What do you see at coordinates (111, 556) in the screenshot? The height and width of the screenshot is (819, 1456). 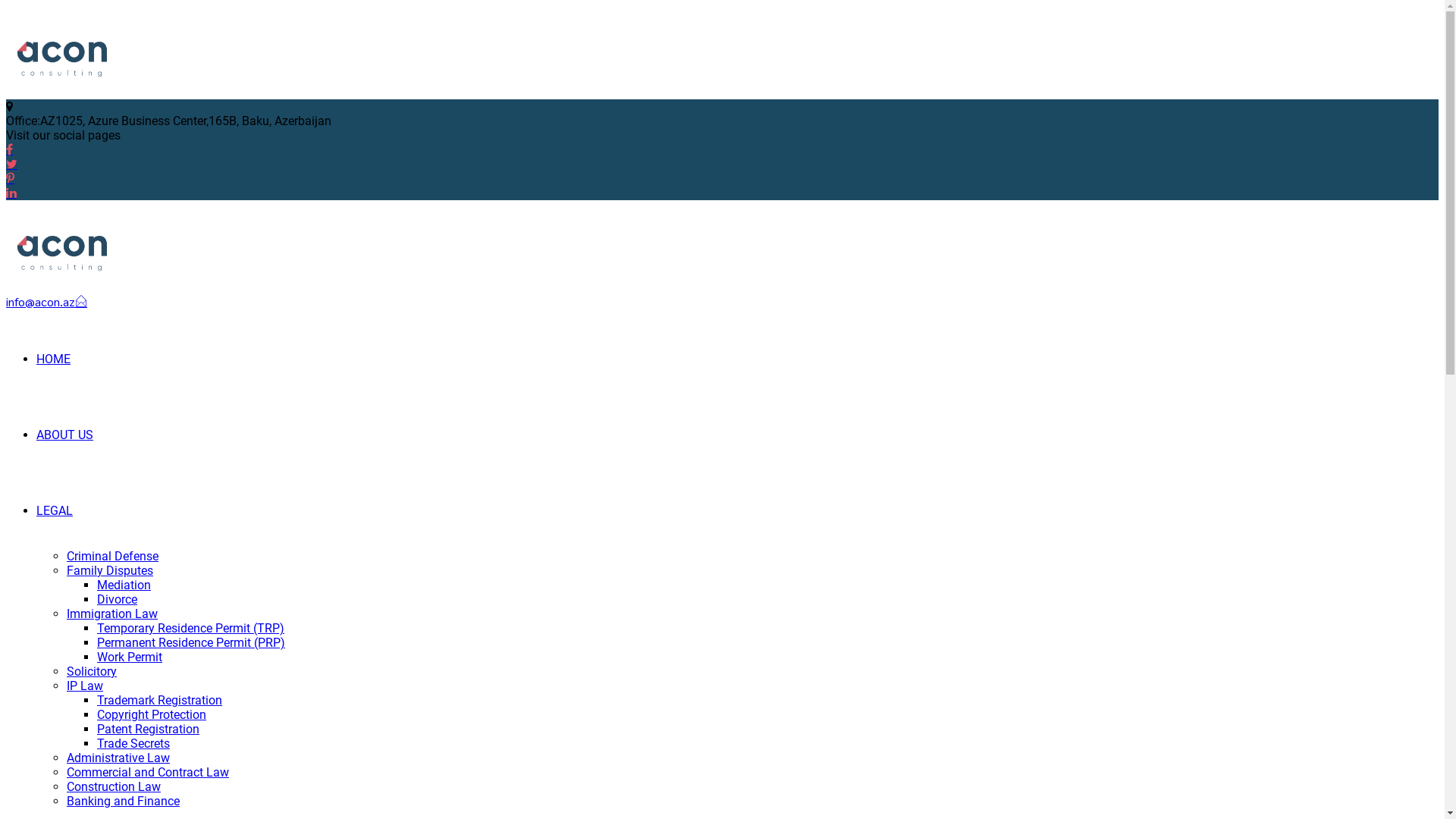 I see `'Criminal Defense'` at bounding box center [111, 556].